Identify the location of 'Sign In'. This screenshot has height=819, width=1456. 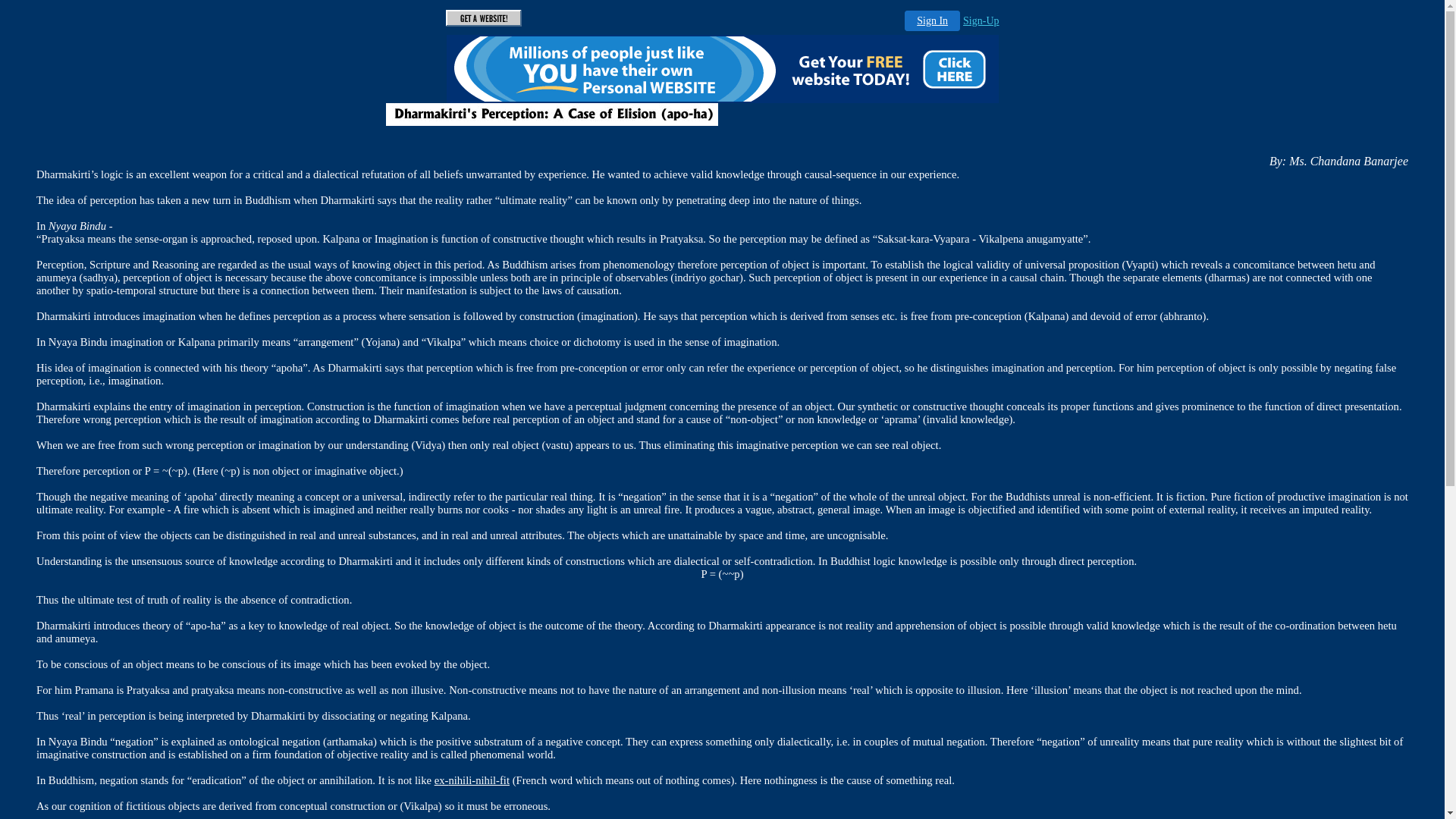
(905, 20).